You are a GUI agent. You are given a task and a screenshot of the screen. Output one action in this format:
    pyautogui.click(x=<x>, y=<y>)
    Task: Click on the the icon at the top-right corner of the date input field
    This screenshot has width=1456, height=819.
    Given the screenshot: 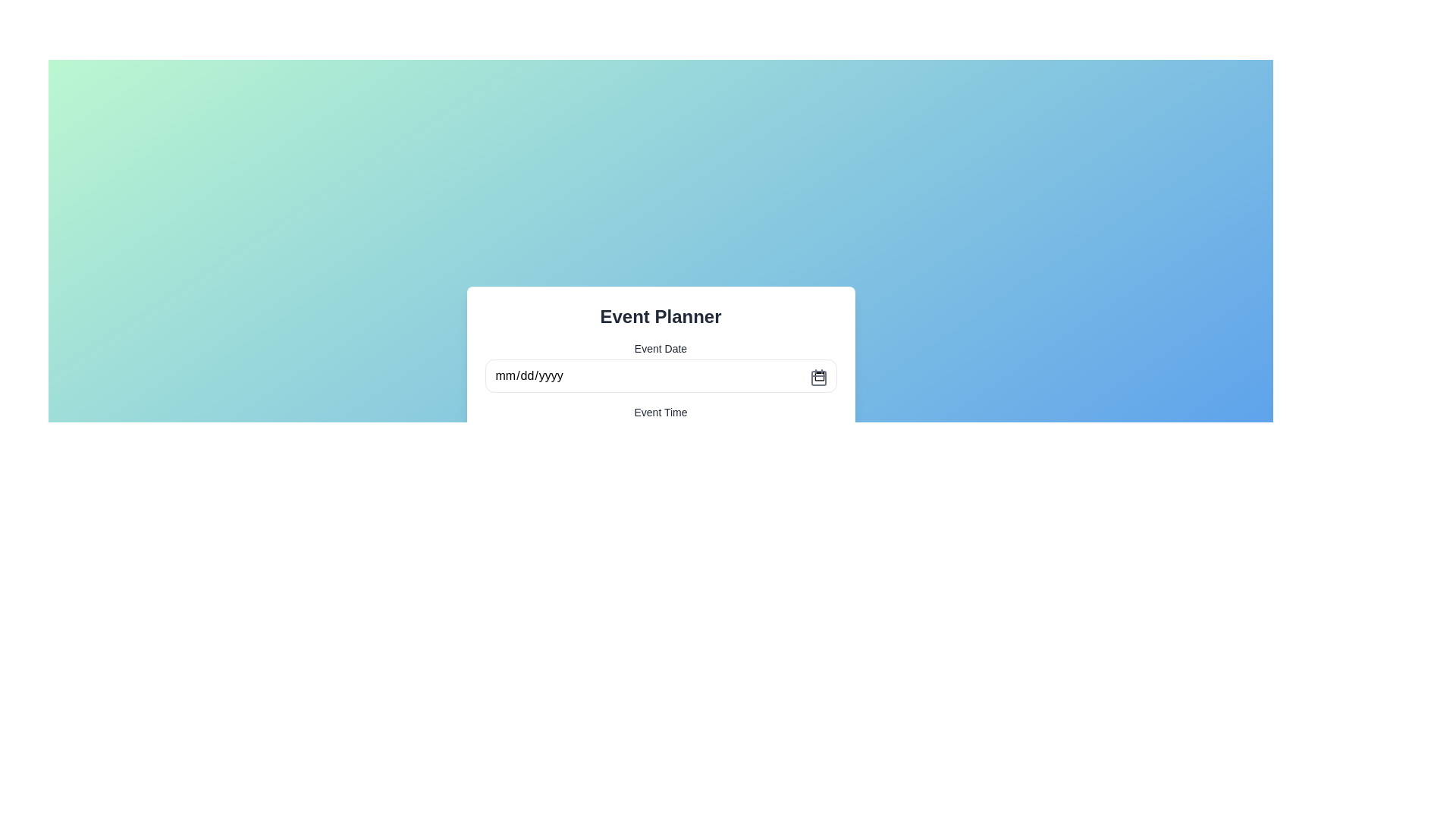 What is the action you would take?
    pyautogui.click(x=817, y=376)
    